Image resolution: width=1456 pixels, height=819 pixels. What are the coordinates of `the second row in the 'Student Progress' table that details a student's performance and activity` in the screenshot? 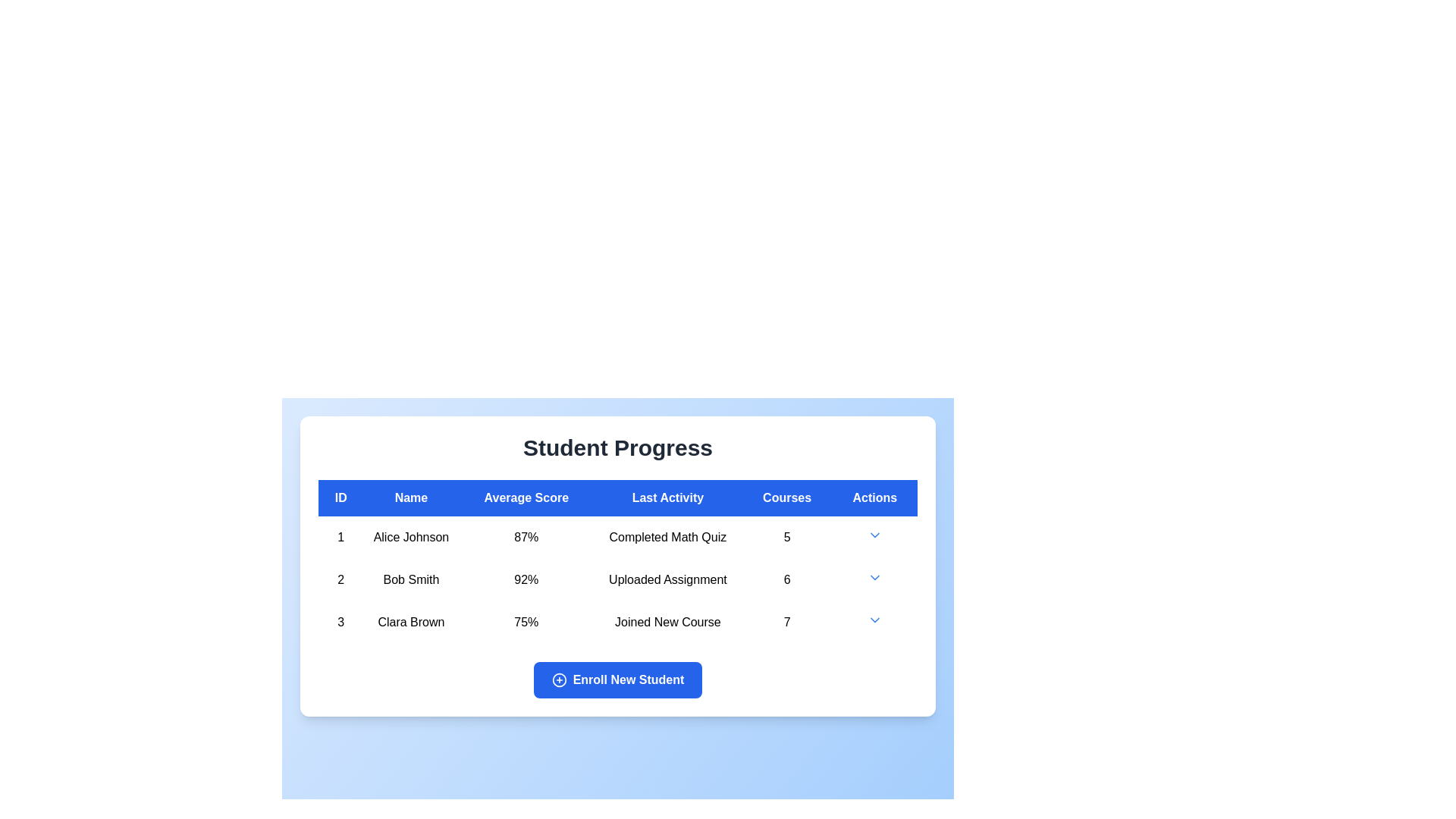 It's located at (618, 579).